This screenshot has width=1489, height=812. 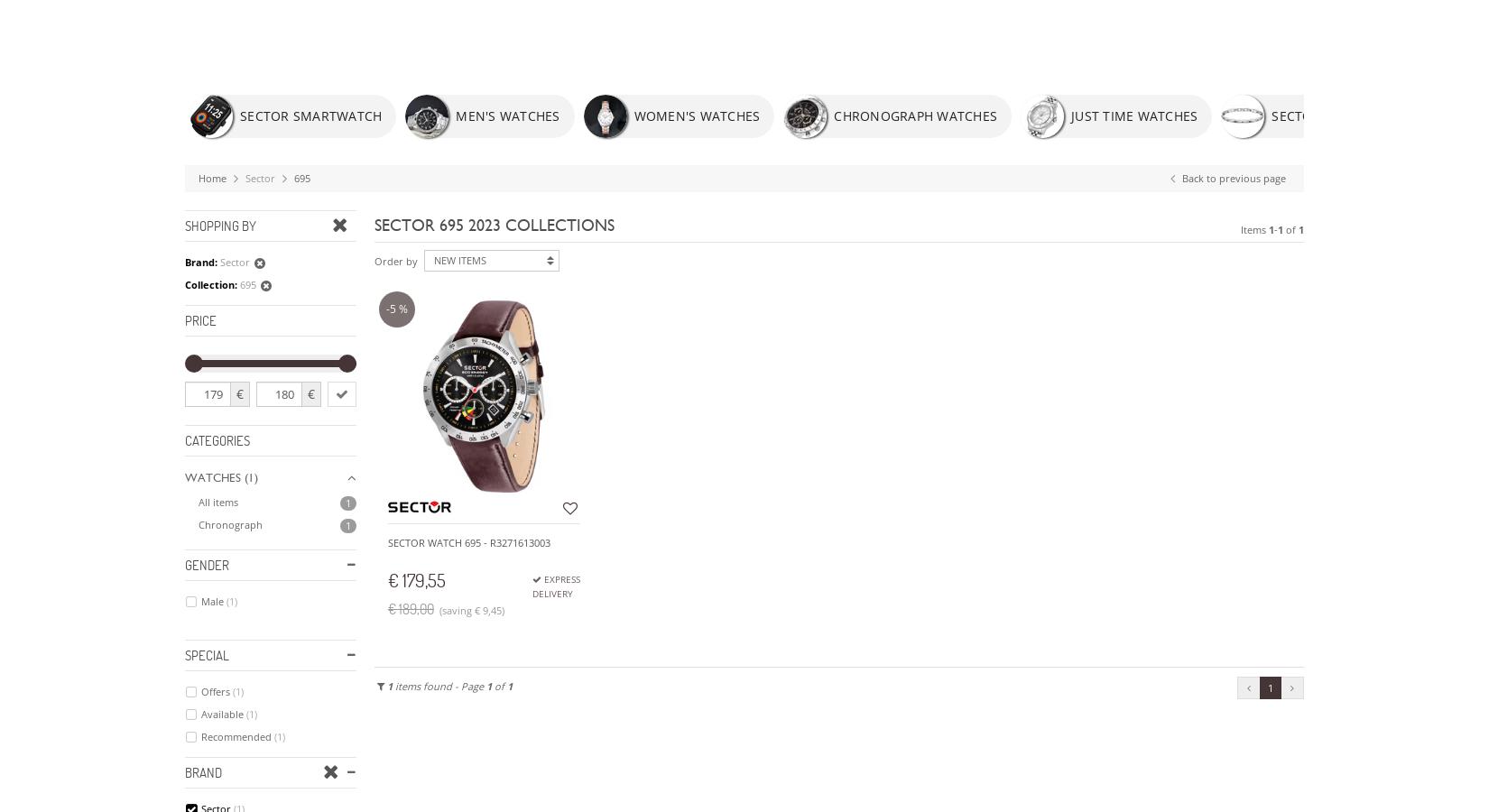 What do you see at coordinates (254, 129) in the screenshot?
I see `'(27)'` at bounding box center [254, 129].